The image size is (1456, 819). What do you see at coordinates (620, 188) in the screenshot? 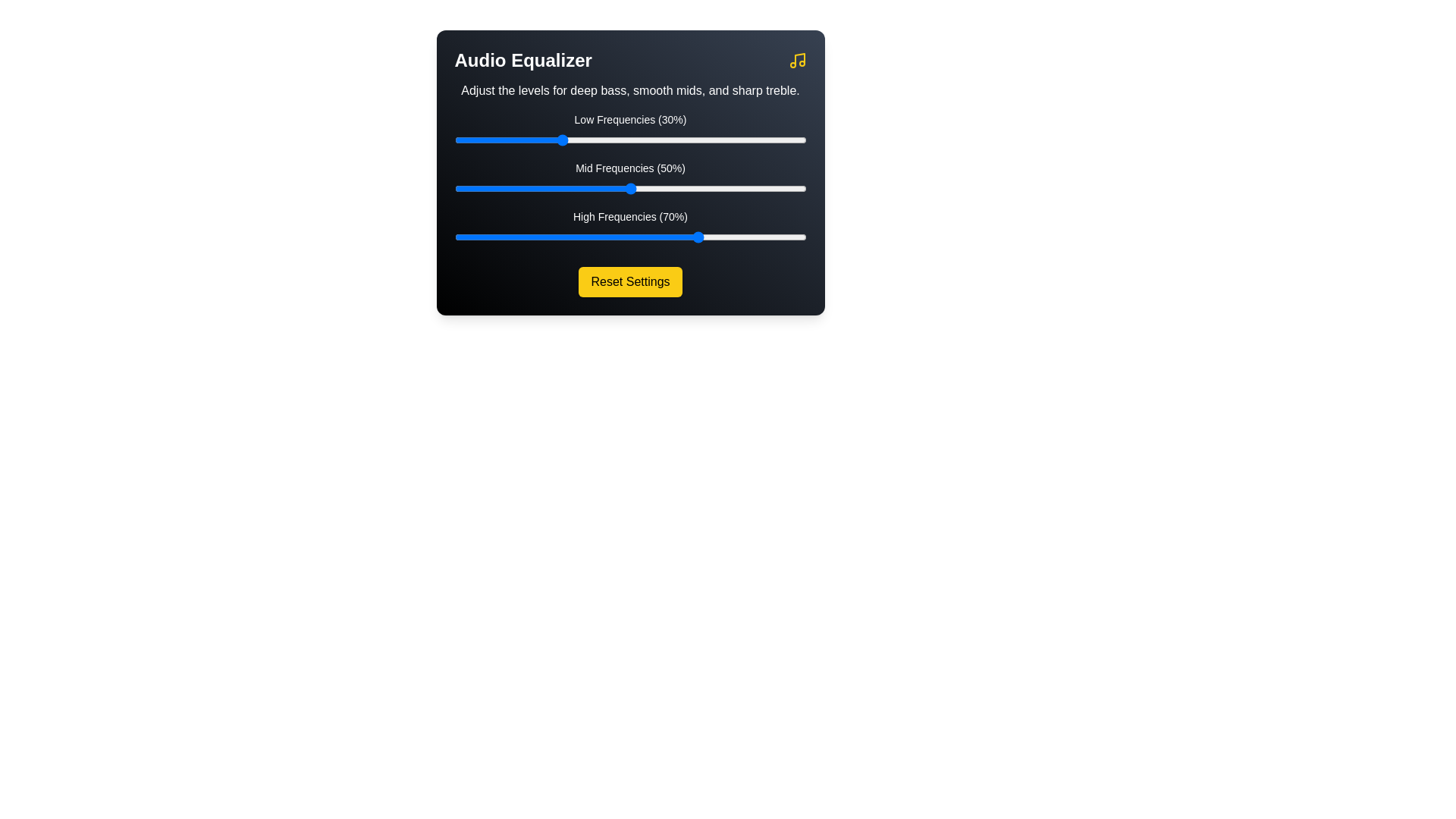
I see `the mid frequency slider to 47%` at bounding box center [620, 188].